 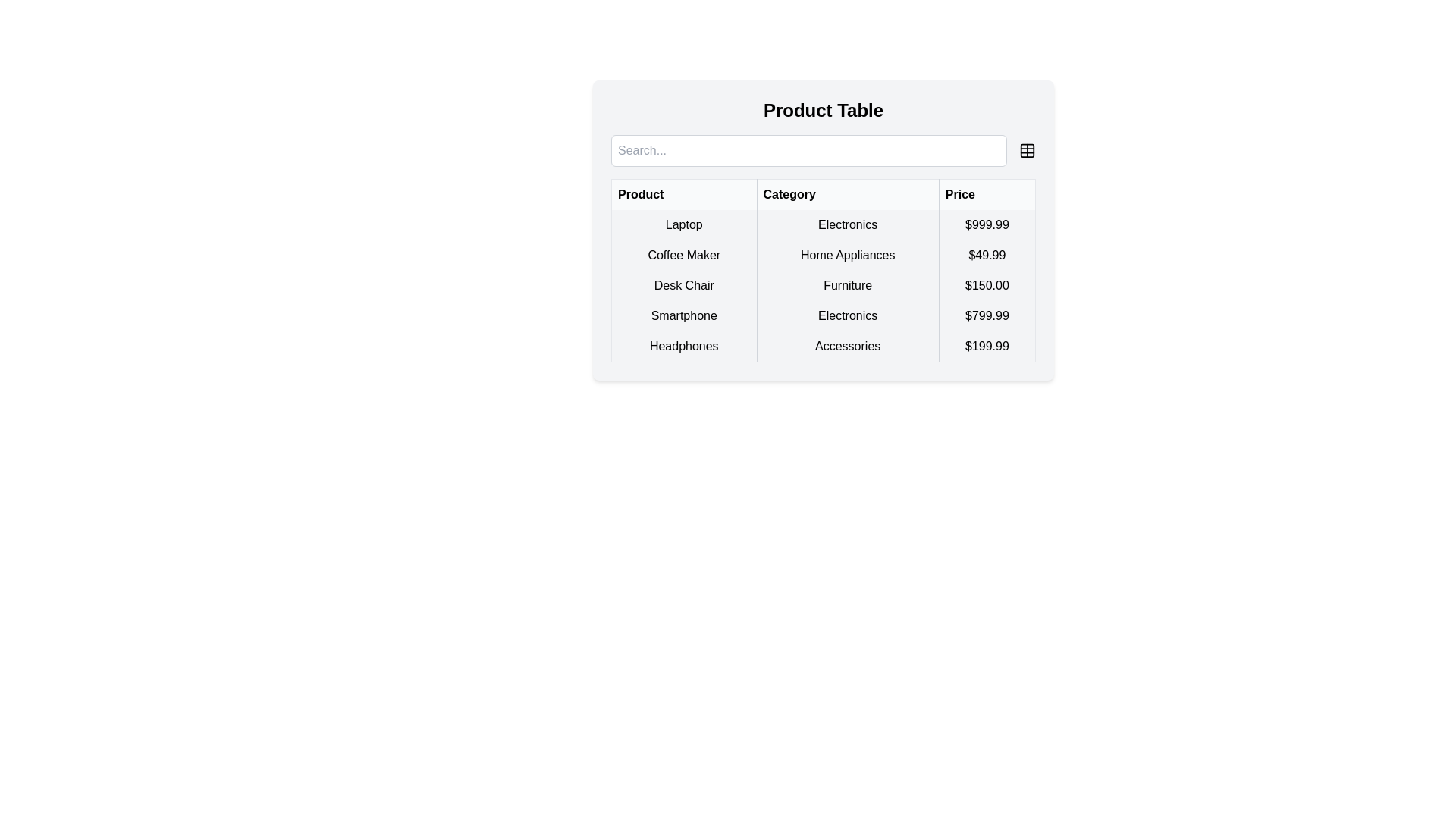 What do you see at coordinates (683, 254) in the screenshot?
I see `the 'Coffee Maker' text label located in the first cell of the second row under the 'Product' column` at bounding box center [683, 254].